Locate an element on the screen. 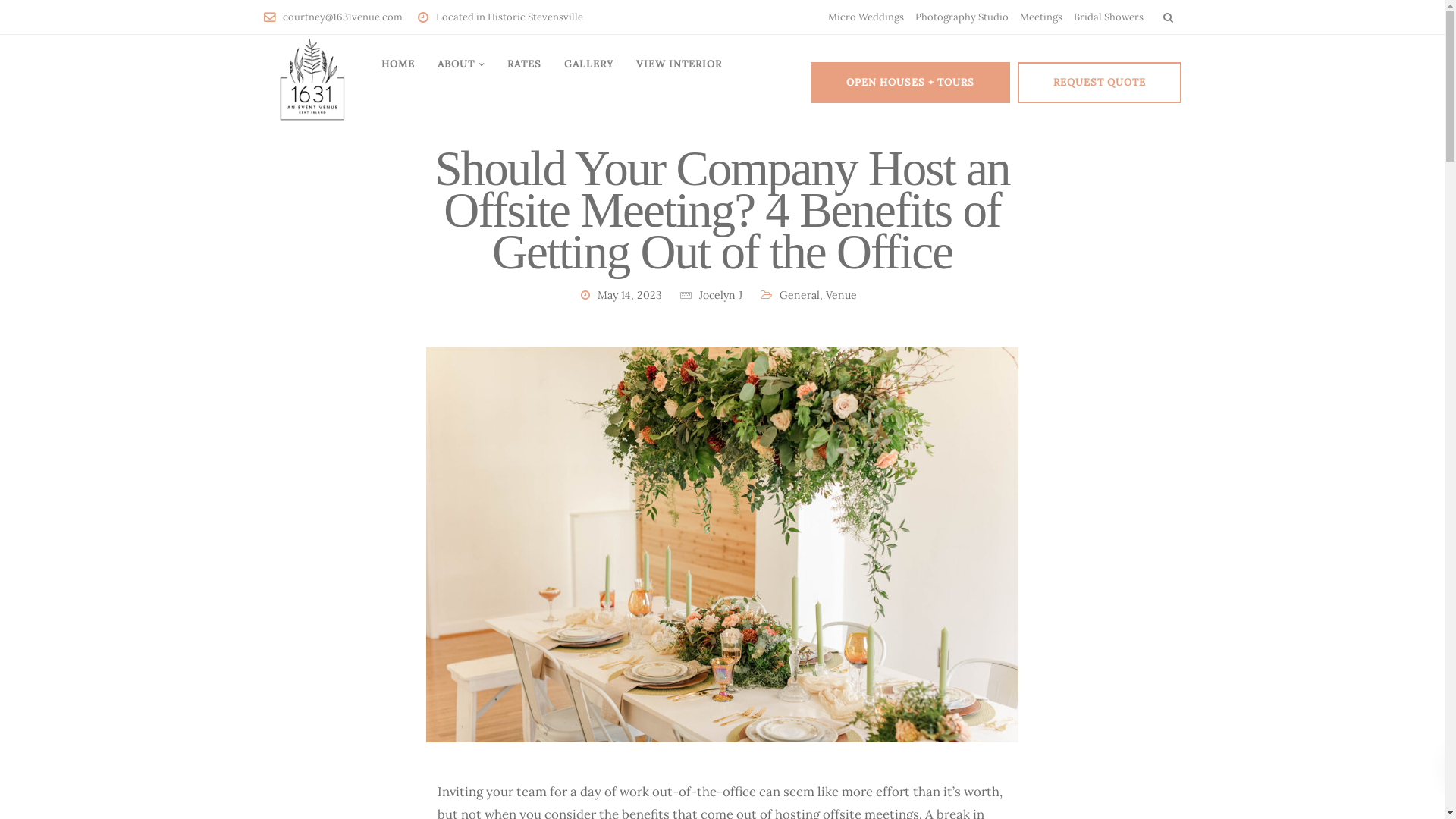  'Jocelyn J' is located at coordinates (720, 295).